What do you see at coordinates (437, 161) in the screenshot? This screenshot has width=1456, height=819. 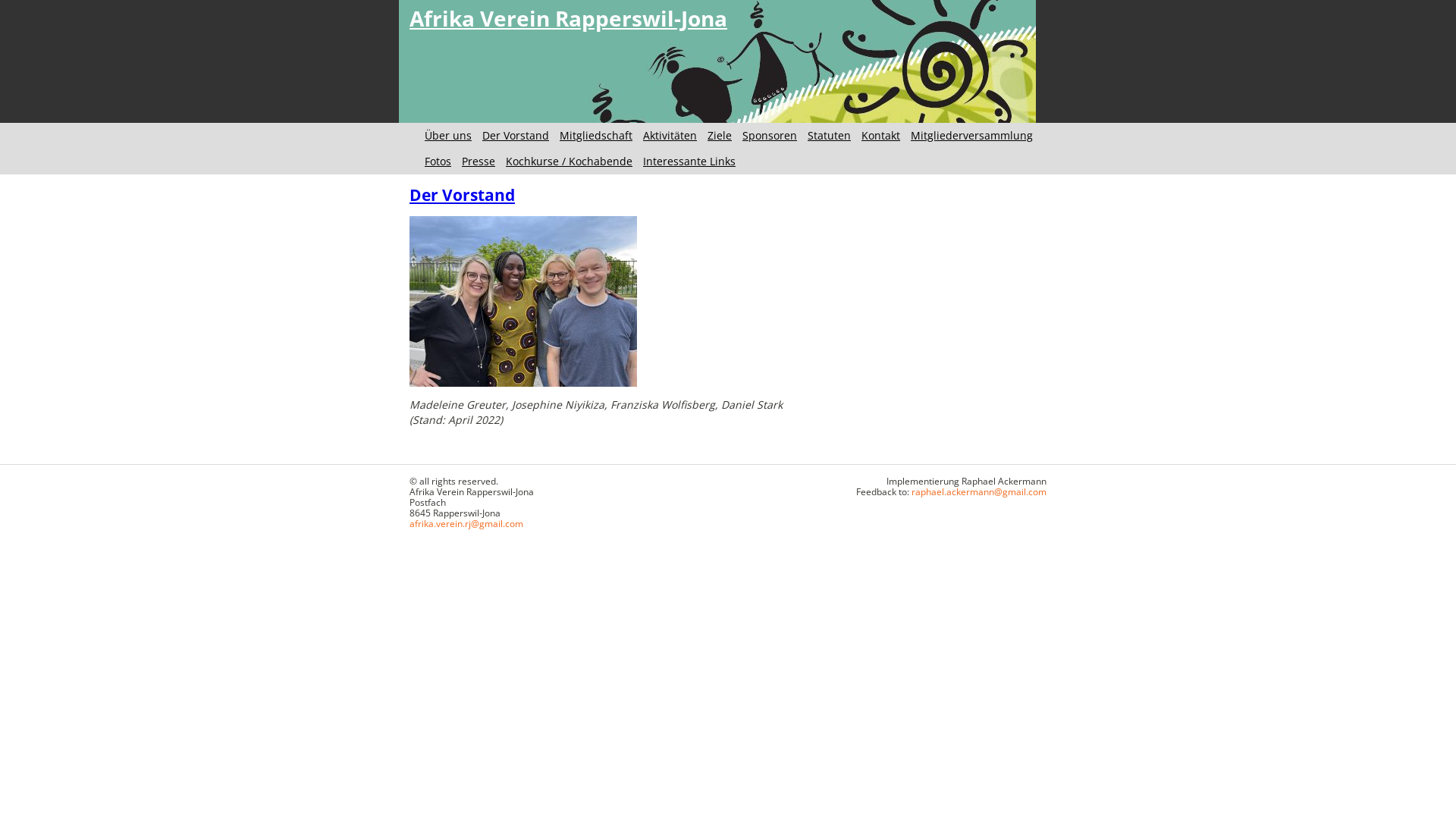 I see `'Fotos'` at bounding box center [437, 161].